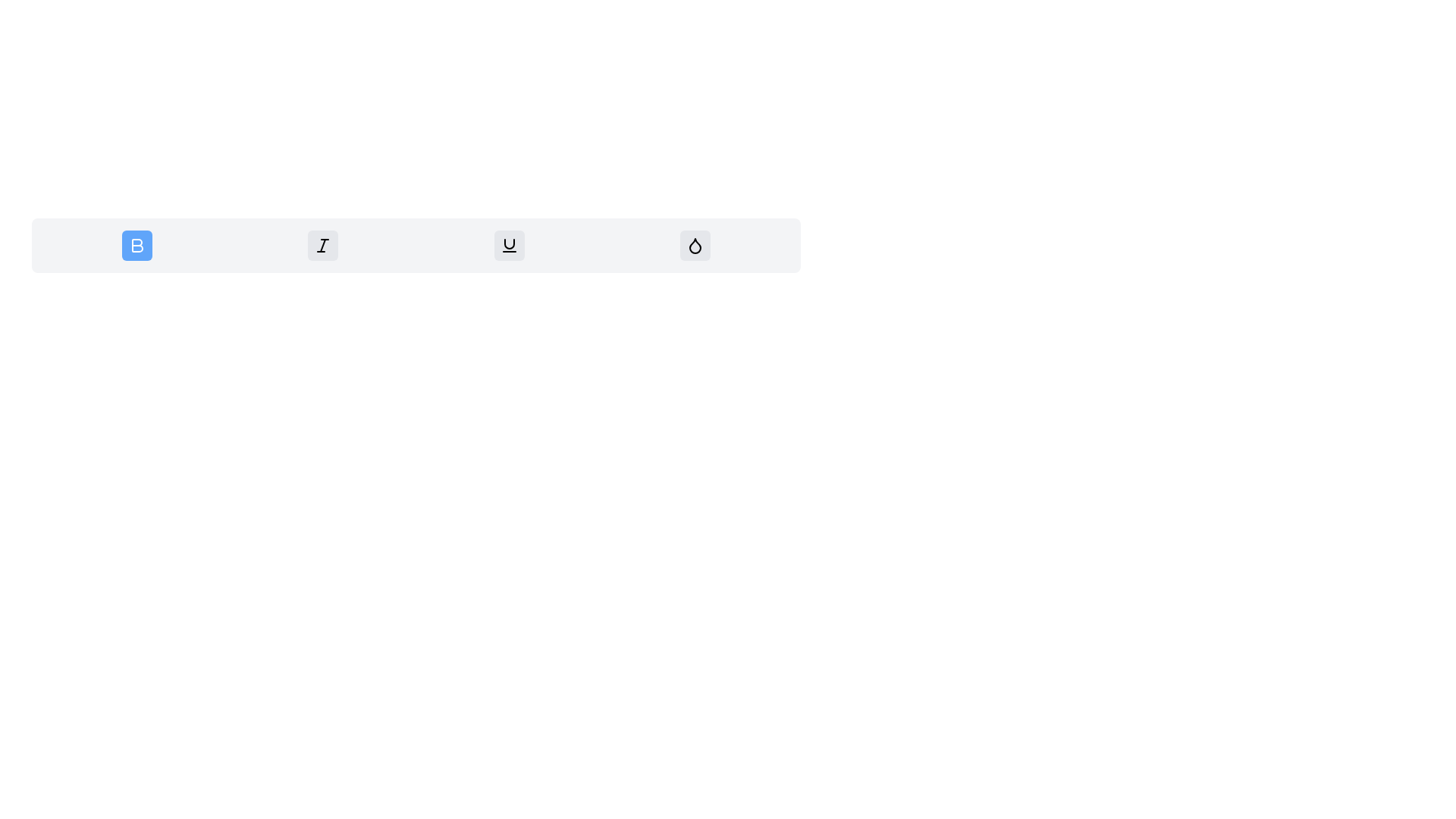 The image size is (1456, 819). I want to click on the italic formatting button located in the horizontal toolbar, positioned second from the left between a blue 'B' icon and a gray 'U' icon, so click(322, 245).